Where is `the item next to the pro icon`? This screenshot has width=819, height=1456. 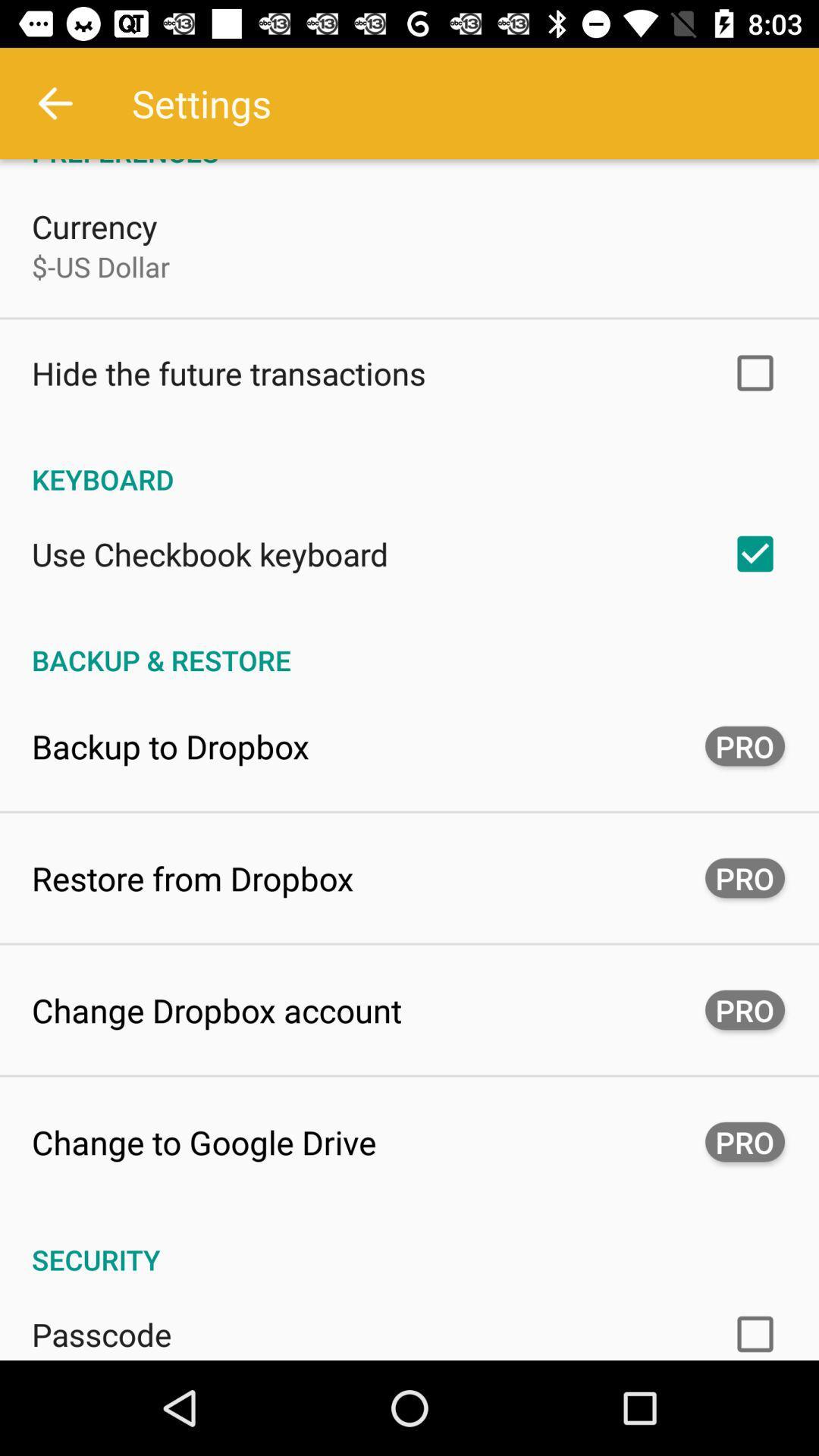 the item next to the pro icon is located at coordinates (170, 745).